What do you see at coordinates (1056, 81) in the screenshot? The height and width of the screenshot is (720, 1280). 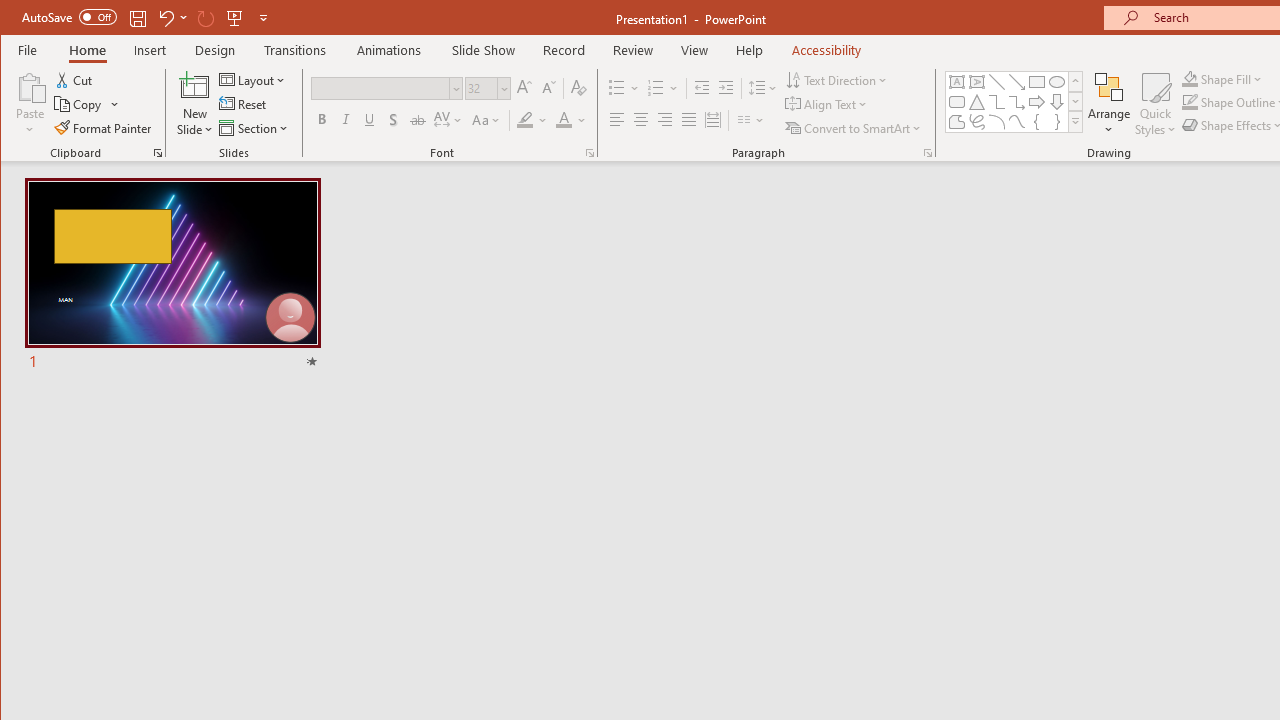 I see `'Oval'` at bounding box center [1056, 81].